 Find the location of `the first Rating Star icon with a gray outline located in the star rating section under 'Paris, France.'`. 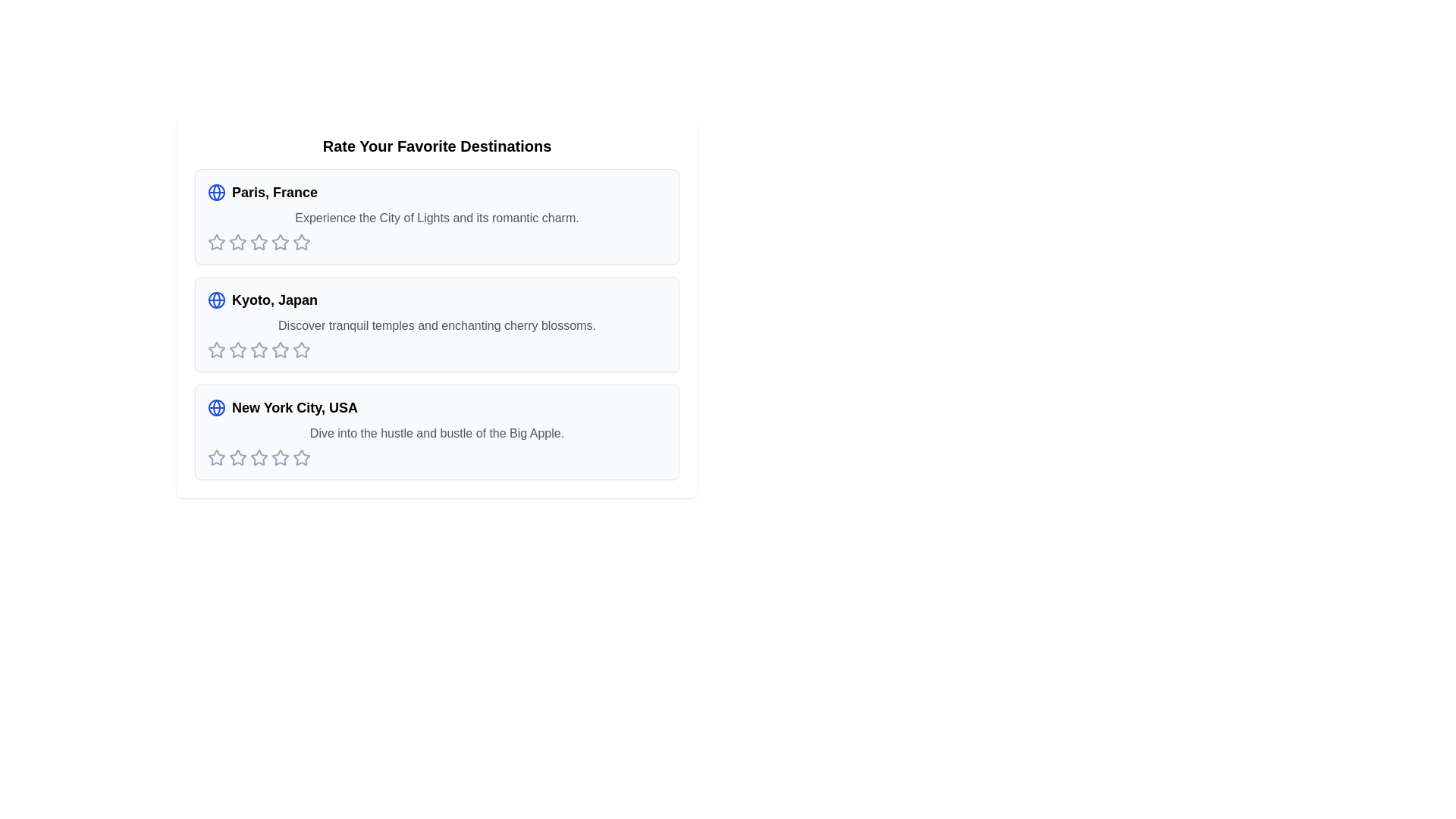

the first Rating Star icon with a gray outline located in the star rating section under 'Paris, France.' is located at coordinates (216, 241).